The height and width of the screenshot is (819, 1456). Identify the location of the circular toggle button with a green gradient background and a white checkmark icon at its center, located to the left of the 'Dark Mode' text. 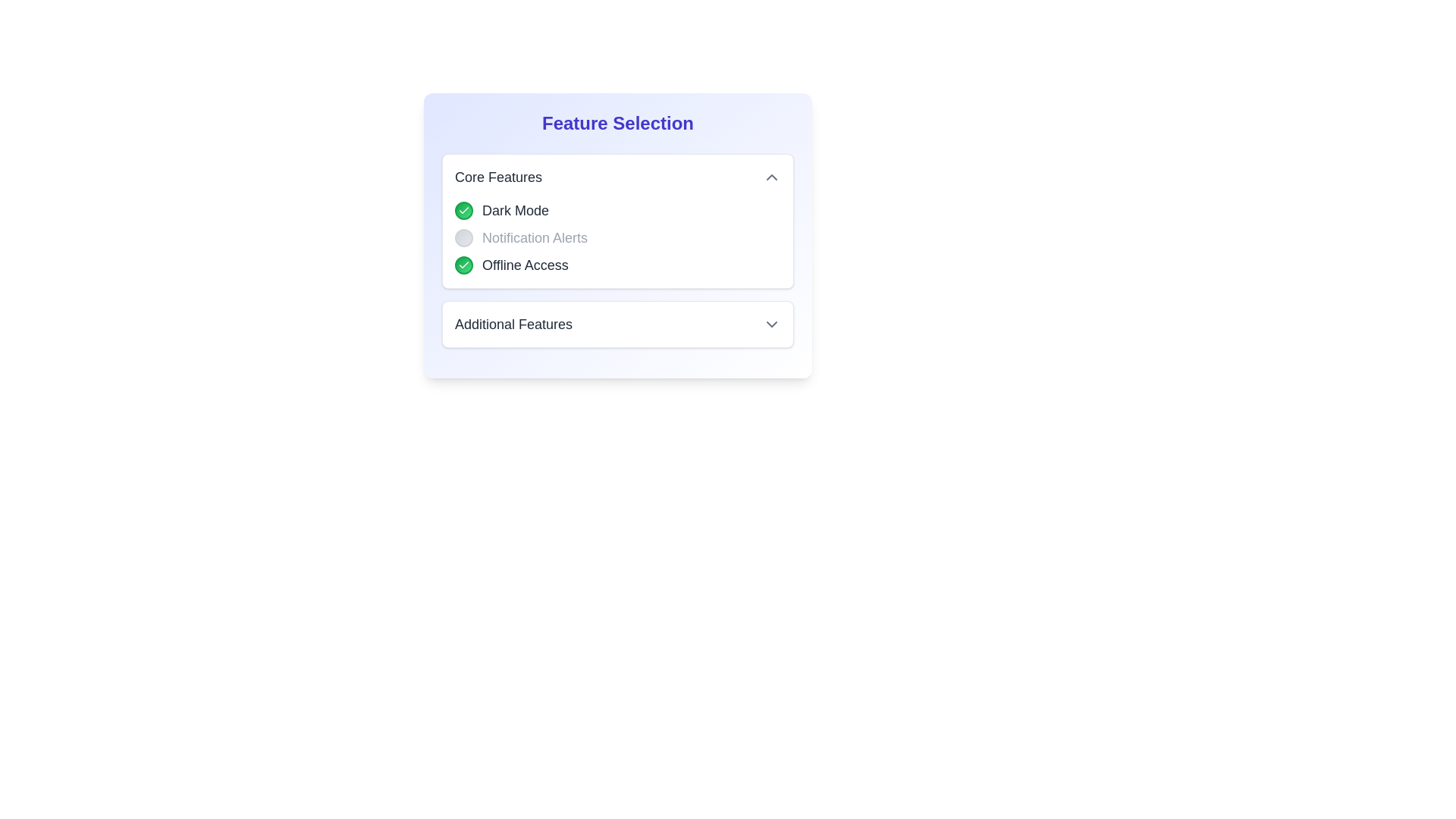
(463, 210).